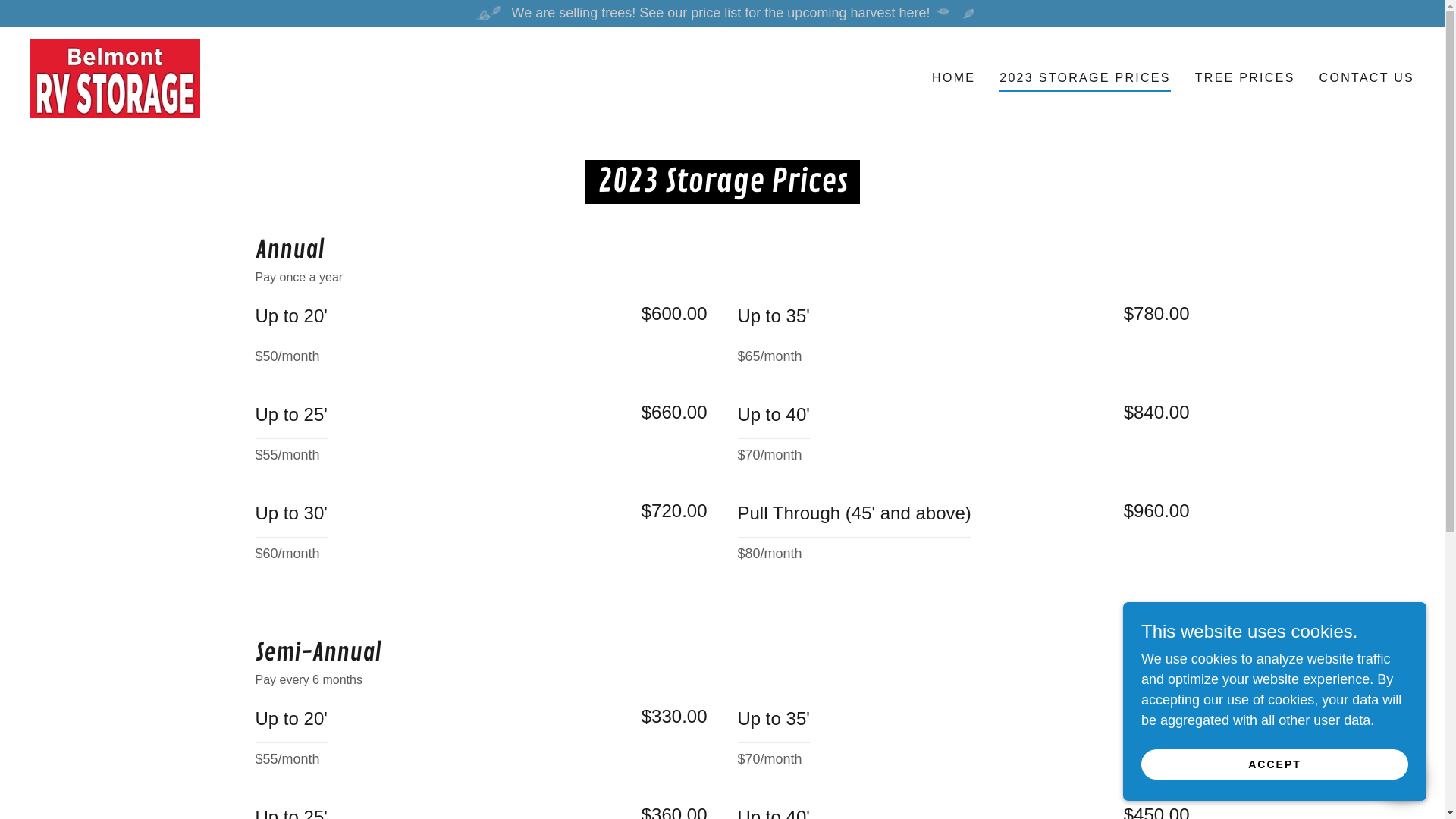 The width and height of the screenshot is (1456, 819). Describe the element at coordinates (1274, 764) in the screenshot. I see `'ACCEPT'` at that location.